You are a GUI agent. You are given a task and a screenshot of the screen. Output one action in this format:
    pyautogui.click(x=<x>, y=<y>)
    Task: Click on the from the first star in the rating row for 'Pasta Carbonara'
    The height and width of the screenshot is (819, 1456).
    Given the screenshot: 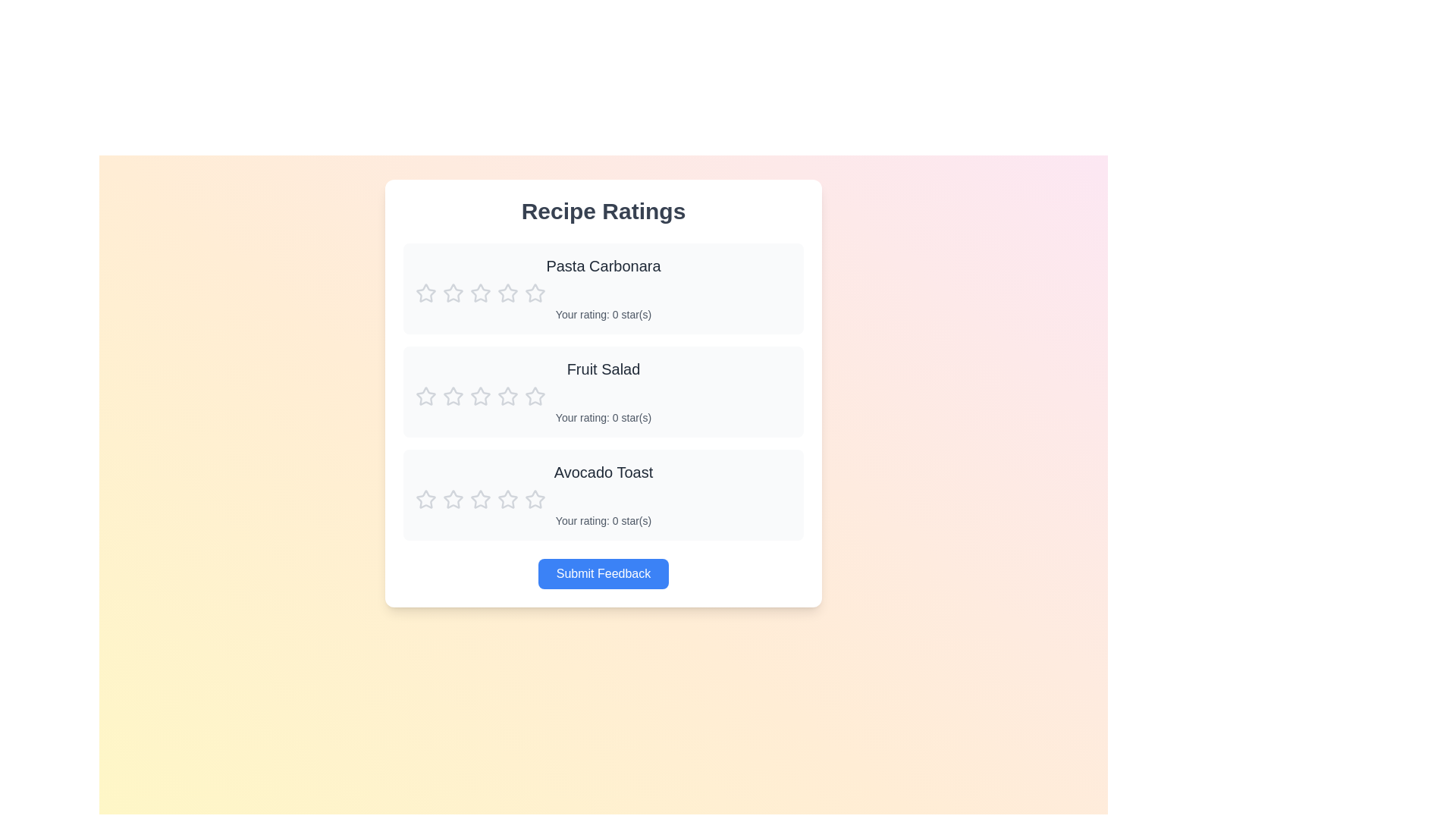 What is the action you would take?
    pyautogui.click(x=425, y=293)
    